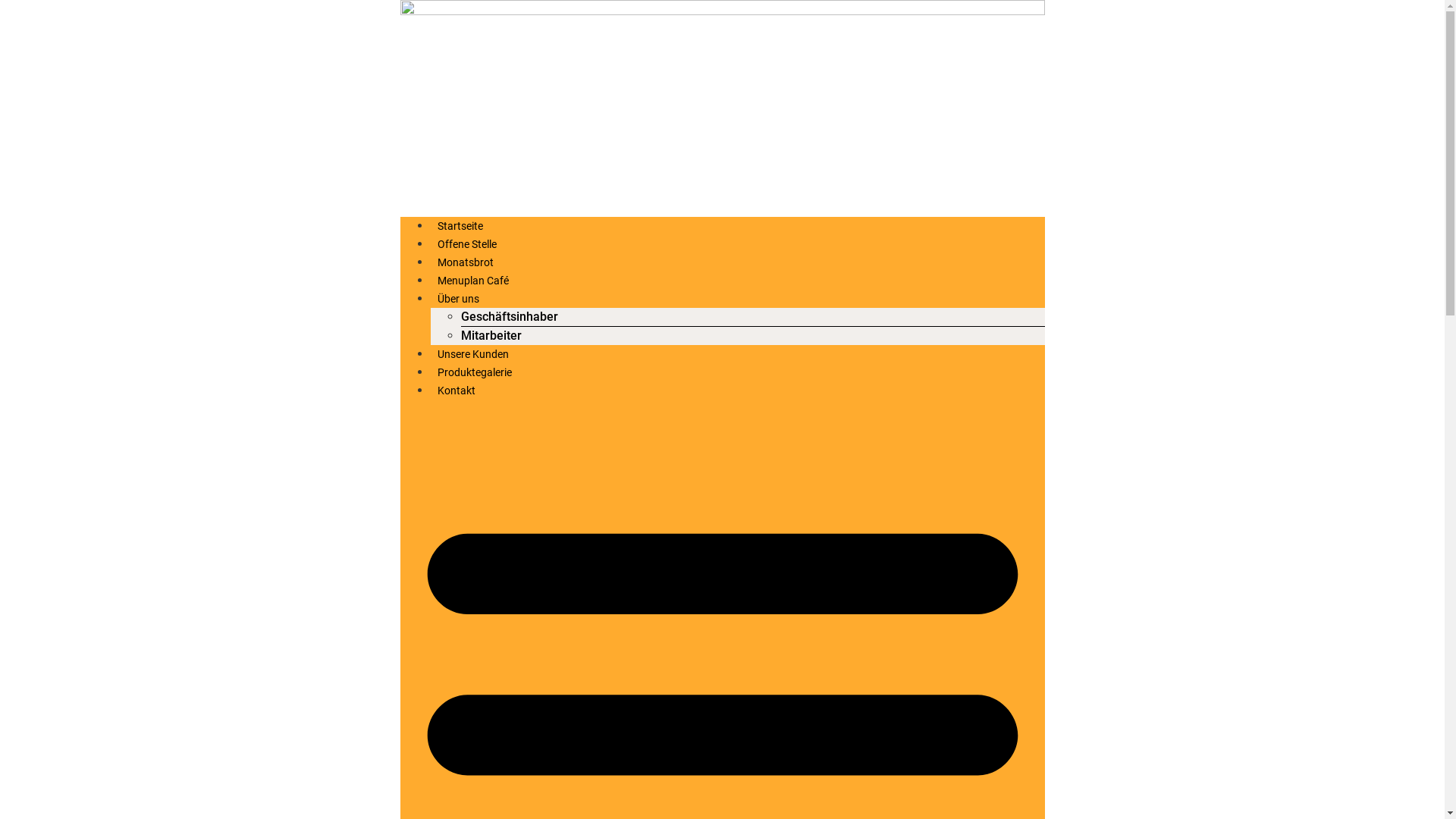 This screenshot has width=1456, height=819. I want to click on 'Mitarbeiter', so click(491, 334).